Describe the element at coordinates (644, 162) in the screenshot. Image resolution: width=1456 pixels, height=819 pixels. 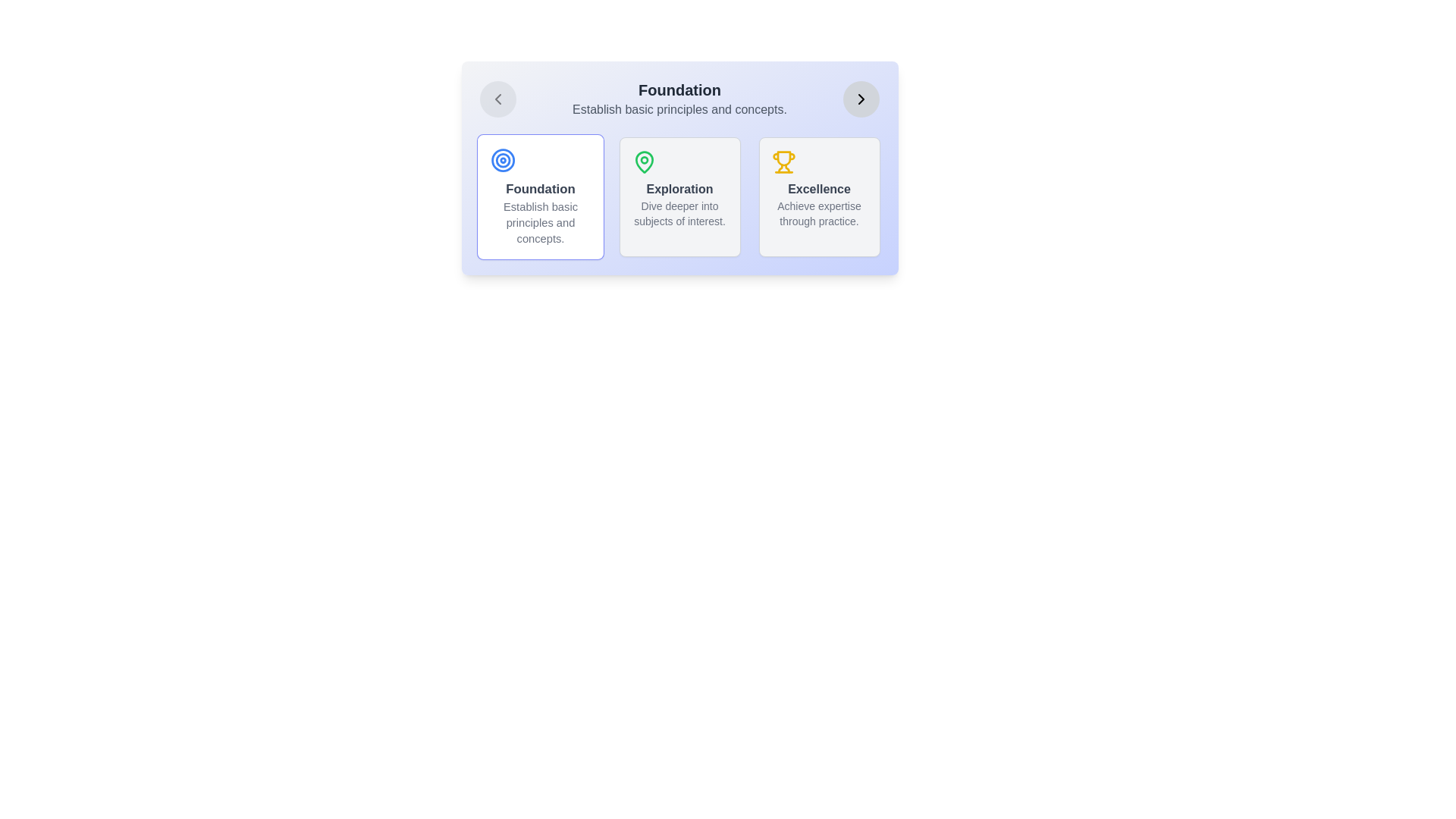
I see `the green map pin icon located in the second card labeled 'Exploration' below the title 'Foundation'` at that location.